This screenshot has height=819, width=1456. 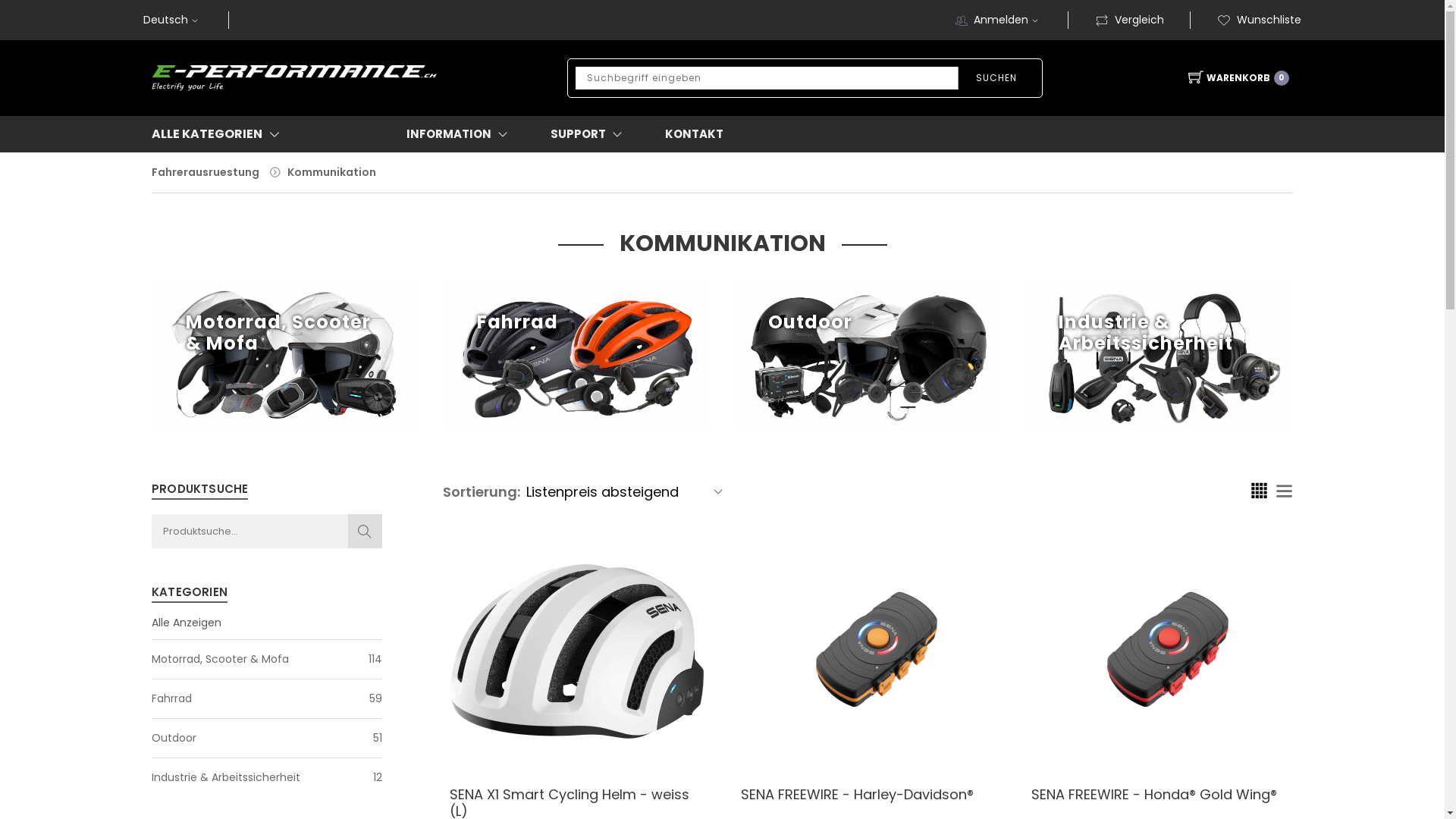 What do you see at coordinates (459, 133) in the screenshot?
I see `'INFORMATION'` at bounding box center [459, 133].